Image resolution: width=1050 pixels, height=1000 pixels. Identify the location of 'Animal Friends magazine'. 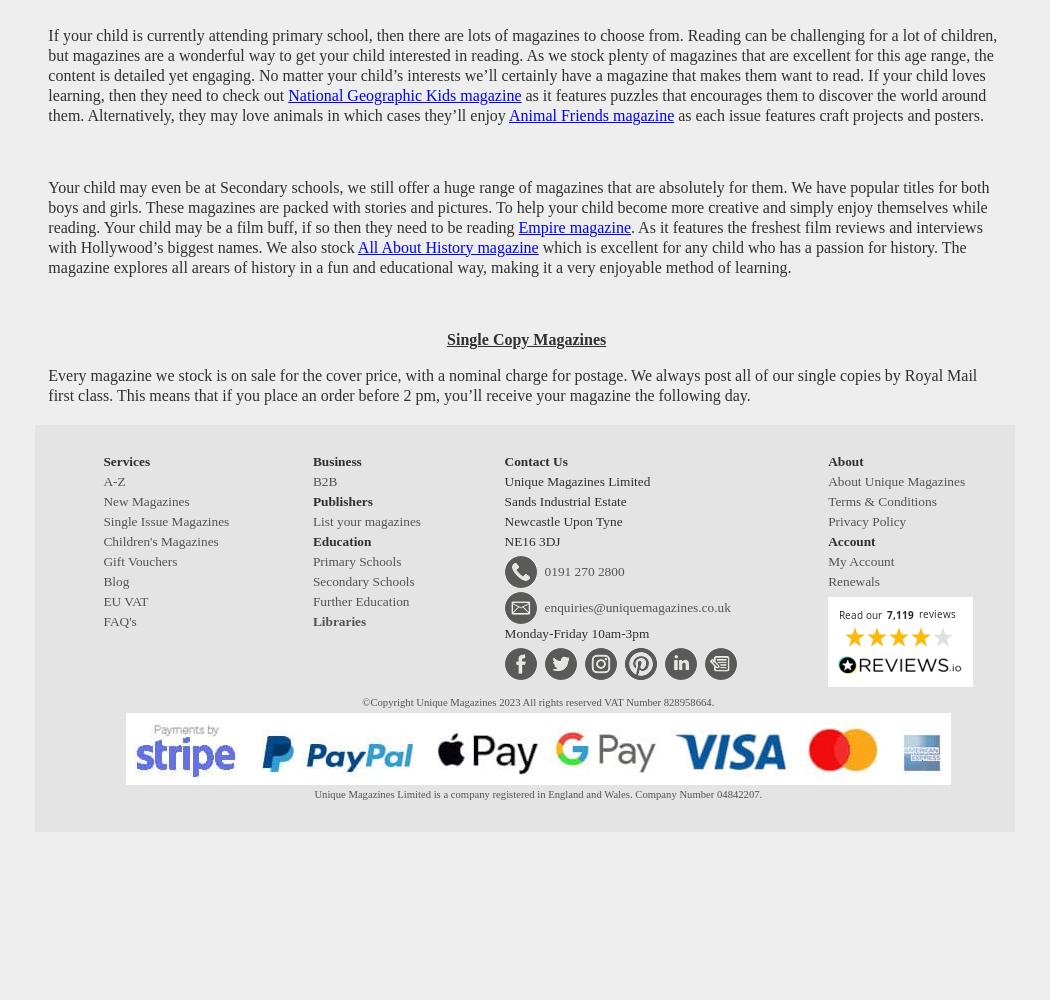
(590, 113).